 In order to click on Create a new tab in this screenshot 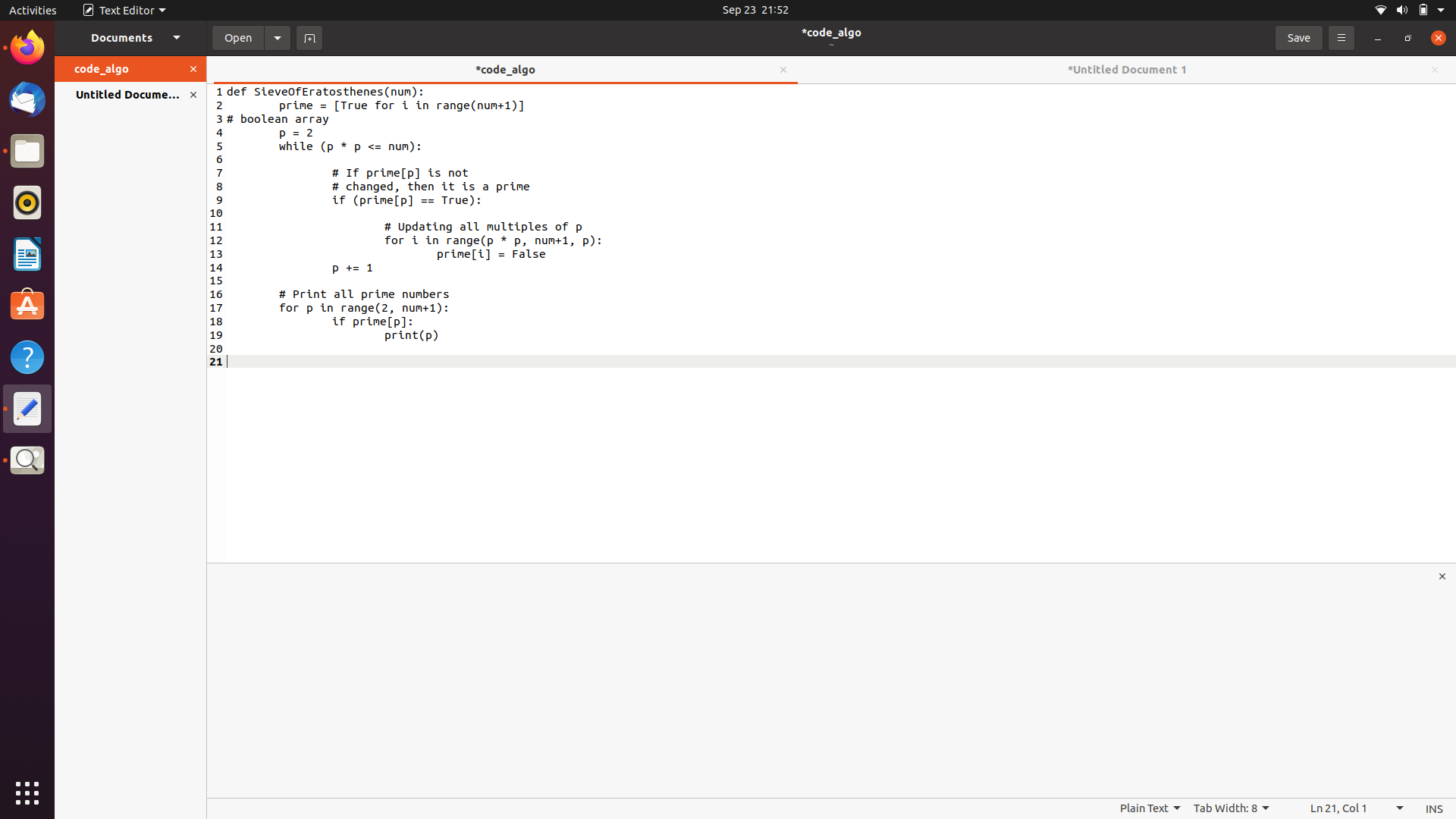, I will do `click(308, 36)`.